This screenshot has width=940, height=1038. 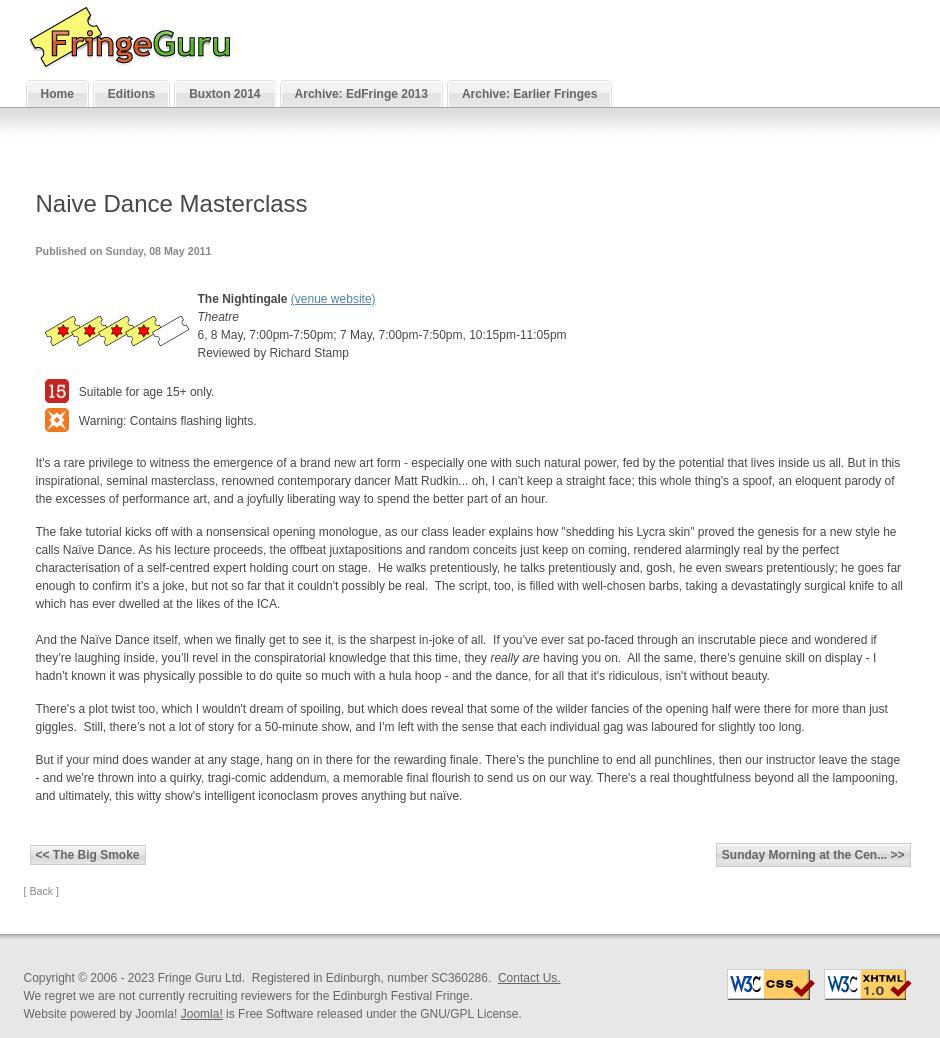 I want to click on 'Naive Dance Masterclass', so click(x=170, y=202).